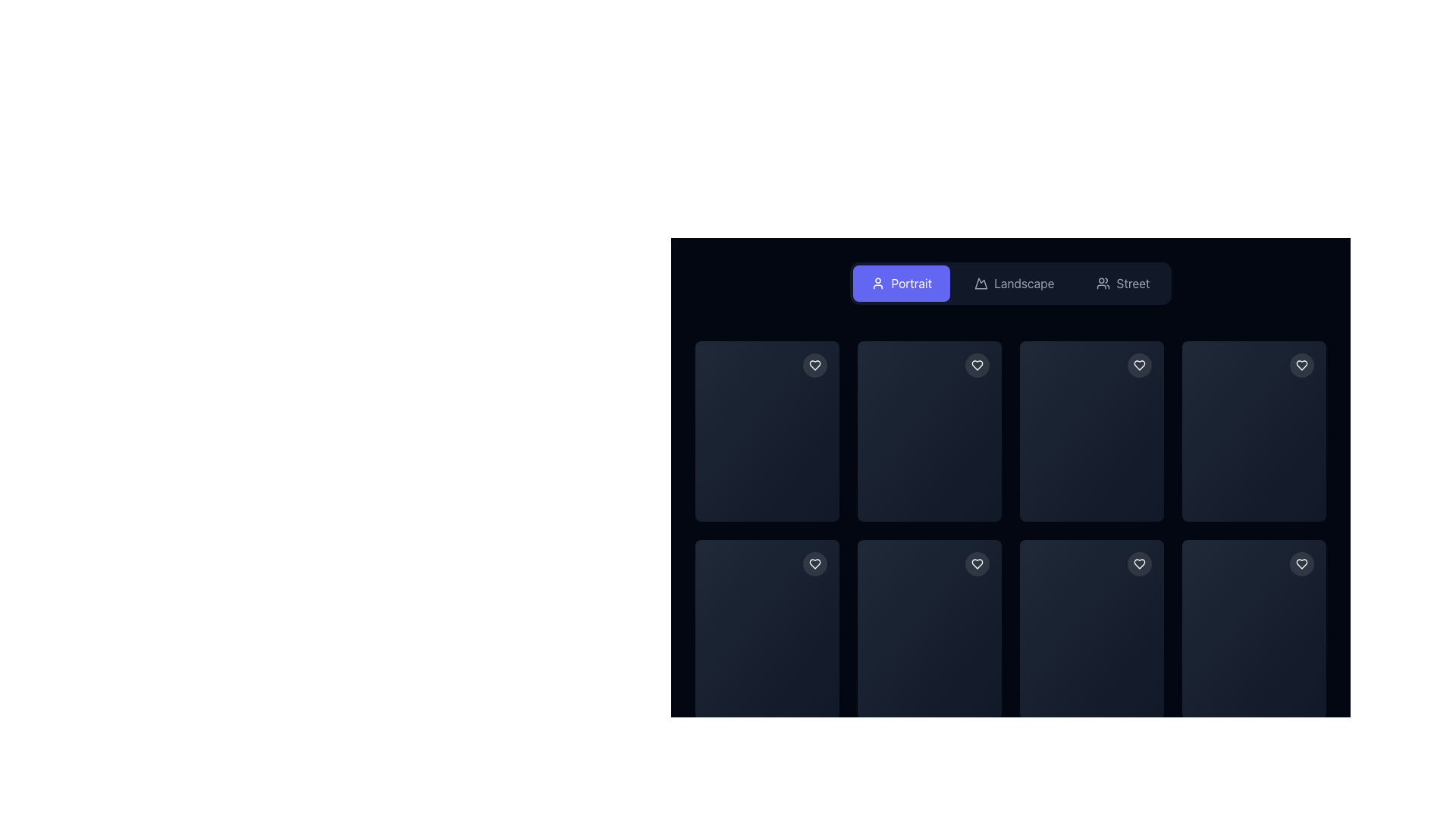 Image resolution: width=1456 pixels, height=819 pixels. Describe the element at coordinates (1301, 563) in the screenshot. I see `the last heart-shaped favorite button located at the bottom-right corner of the grid containing similar icons` at that location.